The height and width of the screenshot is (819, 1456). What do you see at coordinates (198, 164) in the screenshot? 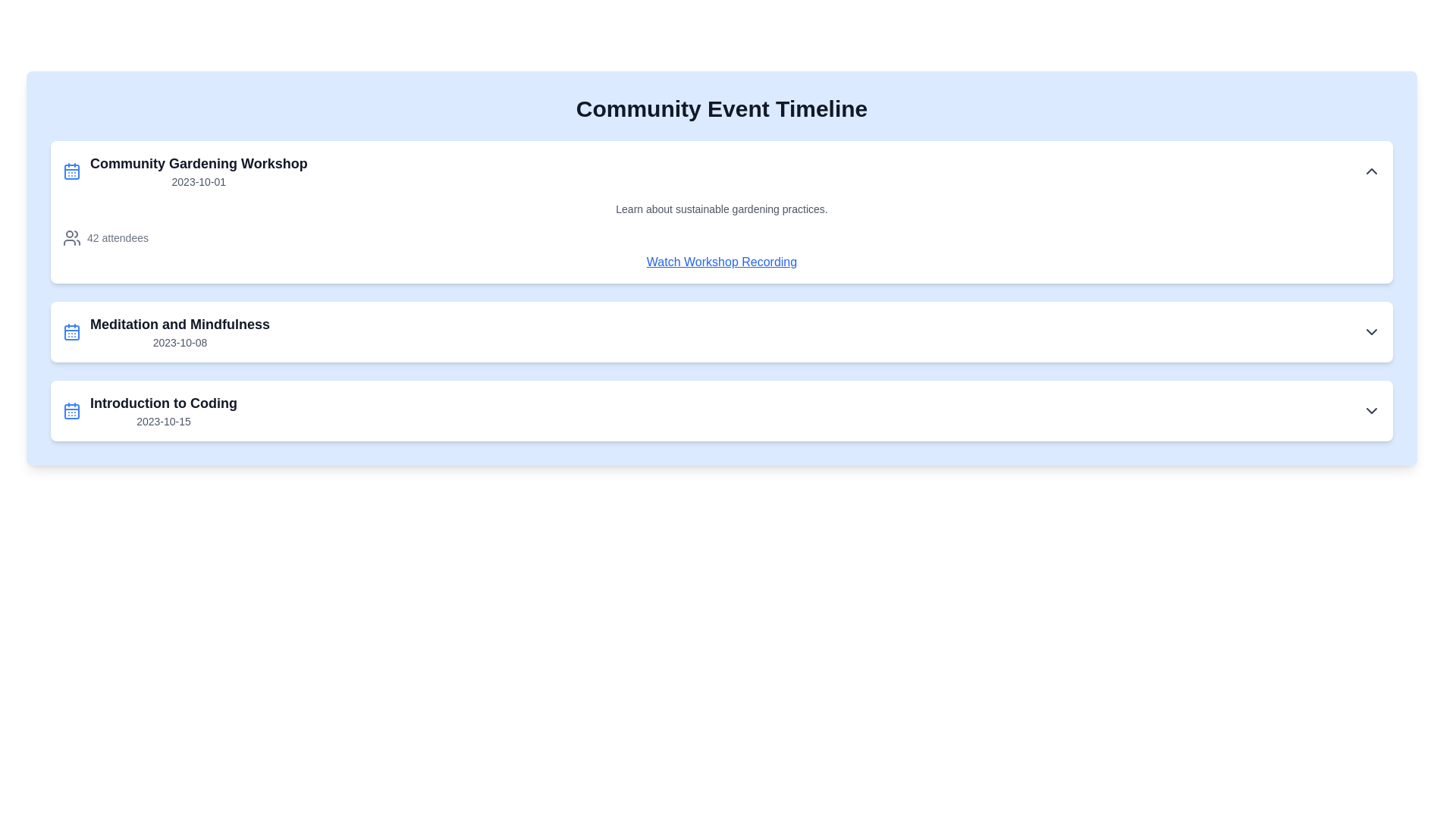
I see `the text element displaying the title 'Community Gardening Workshop', which is located in the upper-left of the event card` at bounding box center [198, 164].